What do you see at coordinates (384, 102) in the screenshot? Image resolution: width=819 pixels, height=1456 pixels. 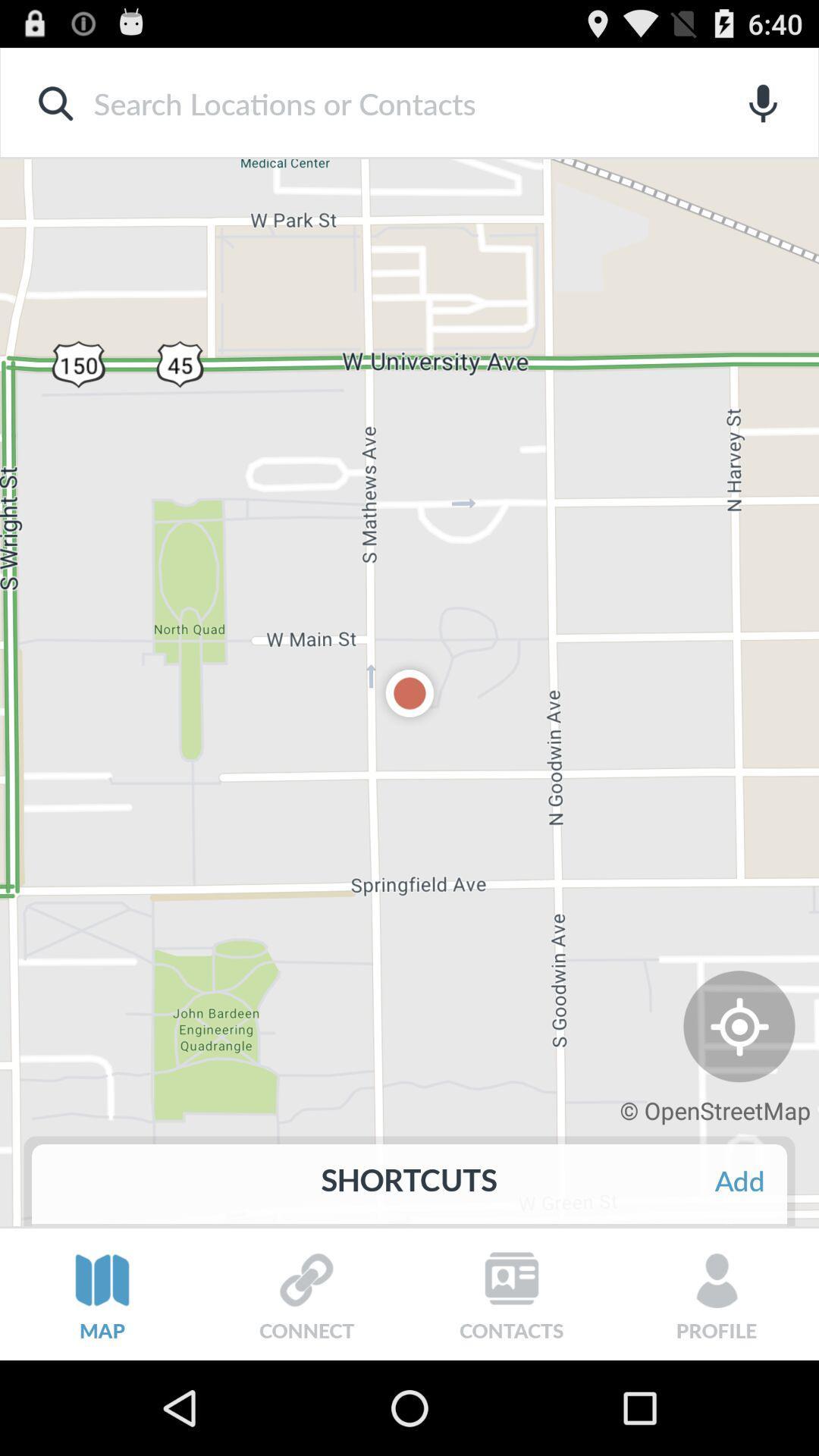 I see `search query` at bounding box center [384, 102].